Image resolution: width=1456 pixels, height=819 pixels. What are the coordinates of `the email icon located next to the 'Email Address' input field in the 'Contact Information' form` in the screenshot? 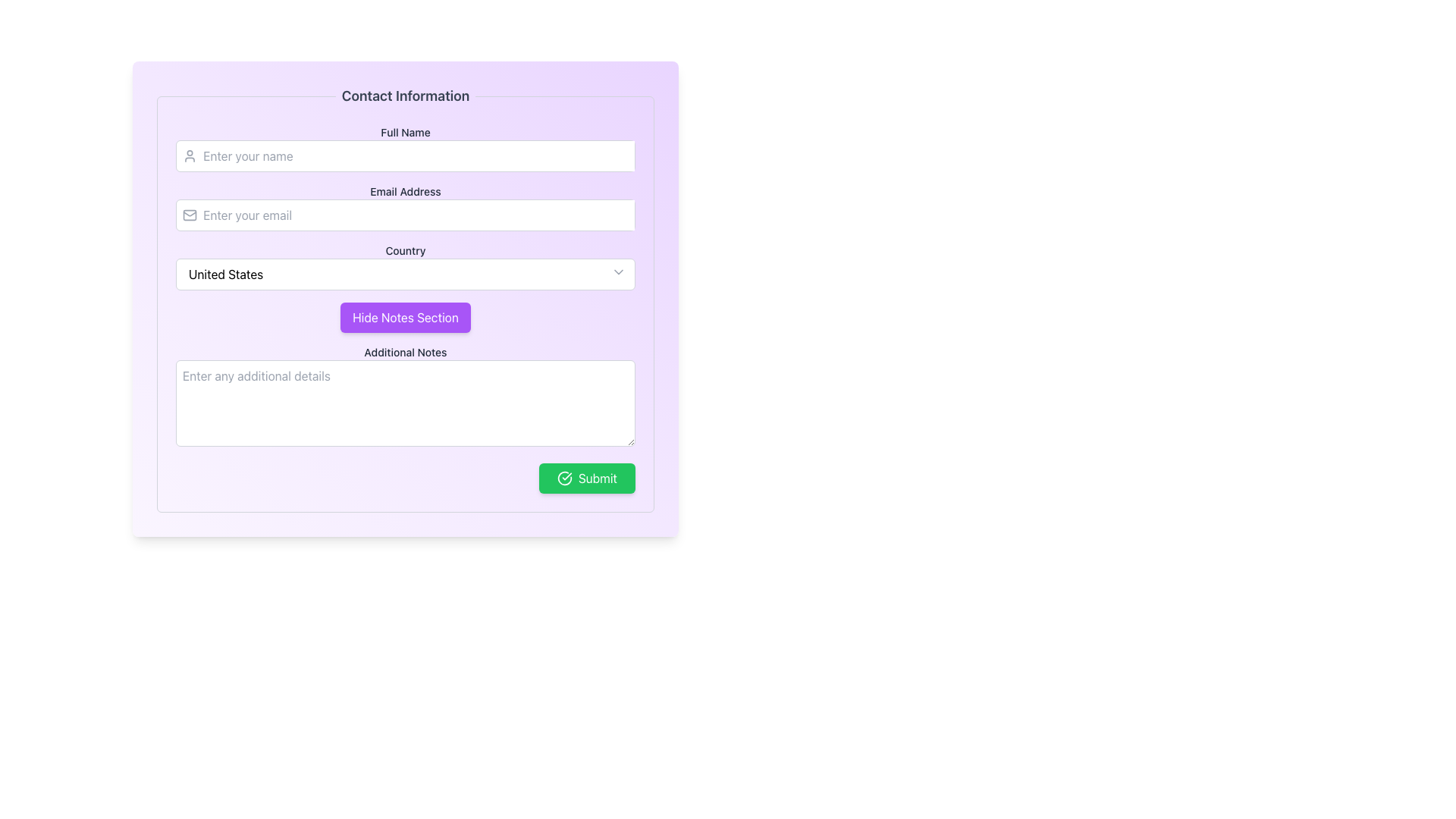 It's located at (189, 215).